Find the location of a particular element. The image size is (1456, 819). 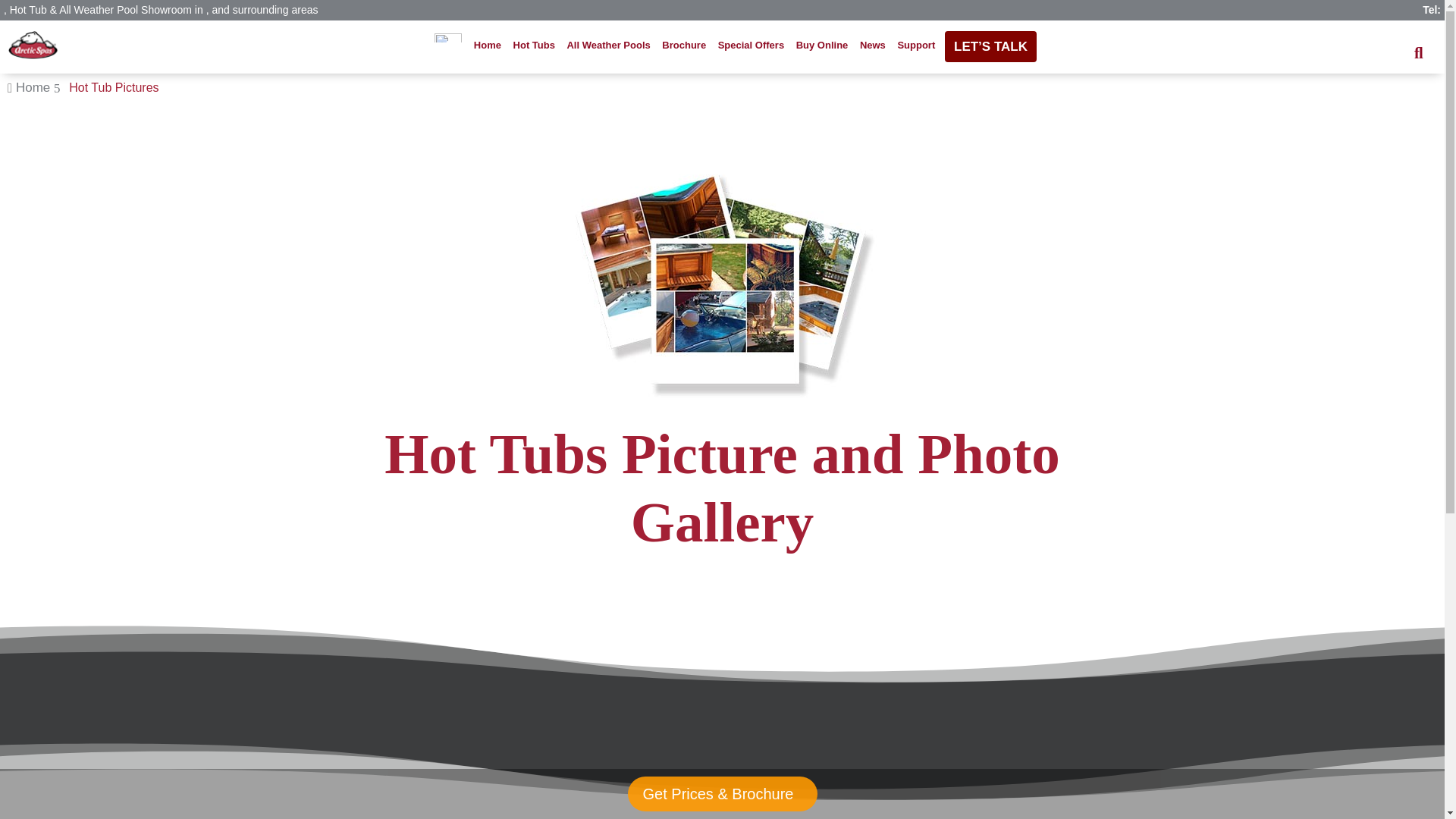

'Buy Online' is located at coordinates (821, 44).